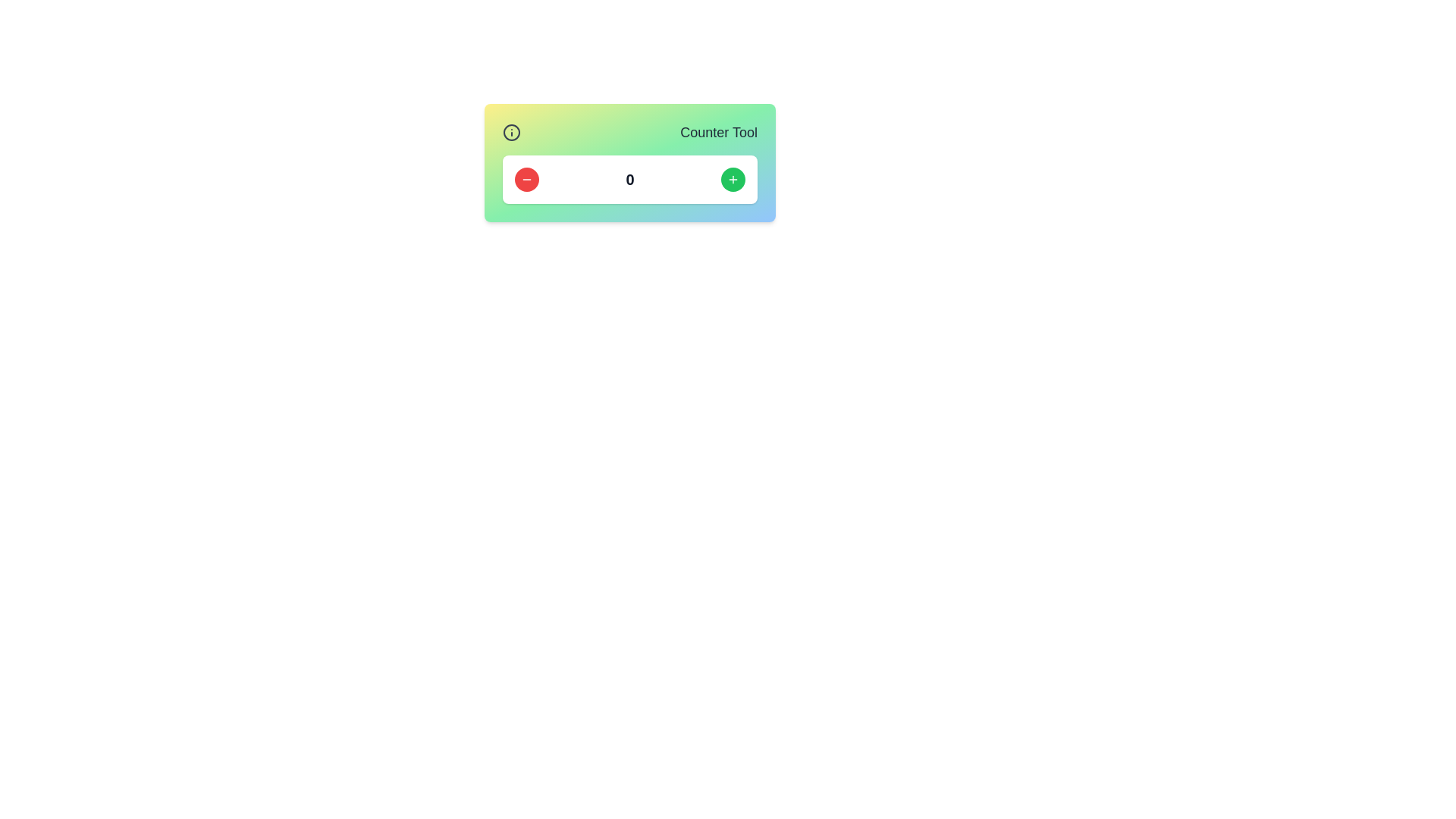  What do you see at coordinates (512, 131) in the screenshot?
I see `the circular graphic element with a dark border and light background, which is the outer circle of the information icon in the upper left corner of the 'Counter Tool' interface` at bounding box center [512, 131].